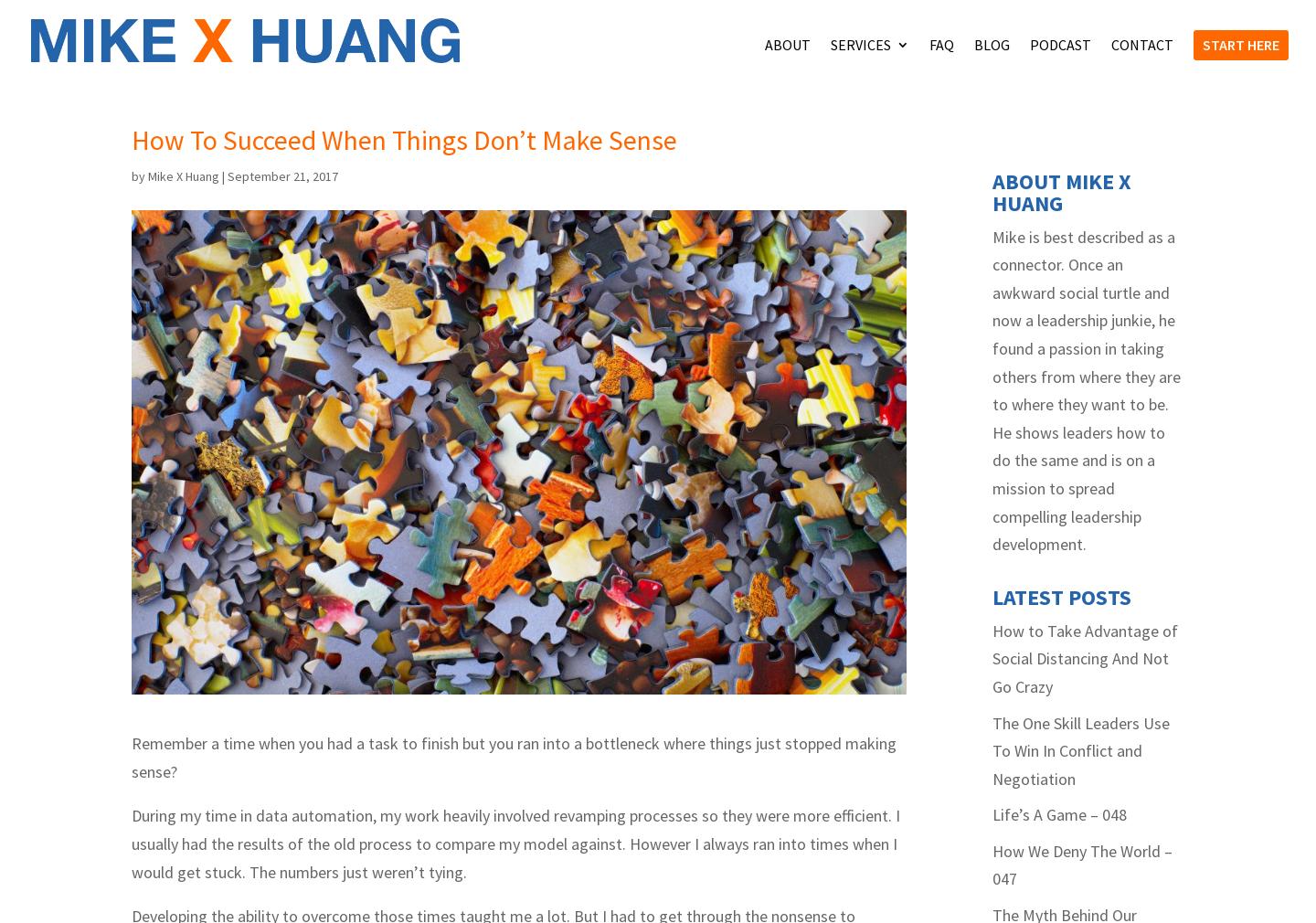 The height and width of the screenshot is (923, 1316). Describe the element at coordinates (1141, 43) in the screenshot. I see `'Contact'` at that location.